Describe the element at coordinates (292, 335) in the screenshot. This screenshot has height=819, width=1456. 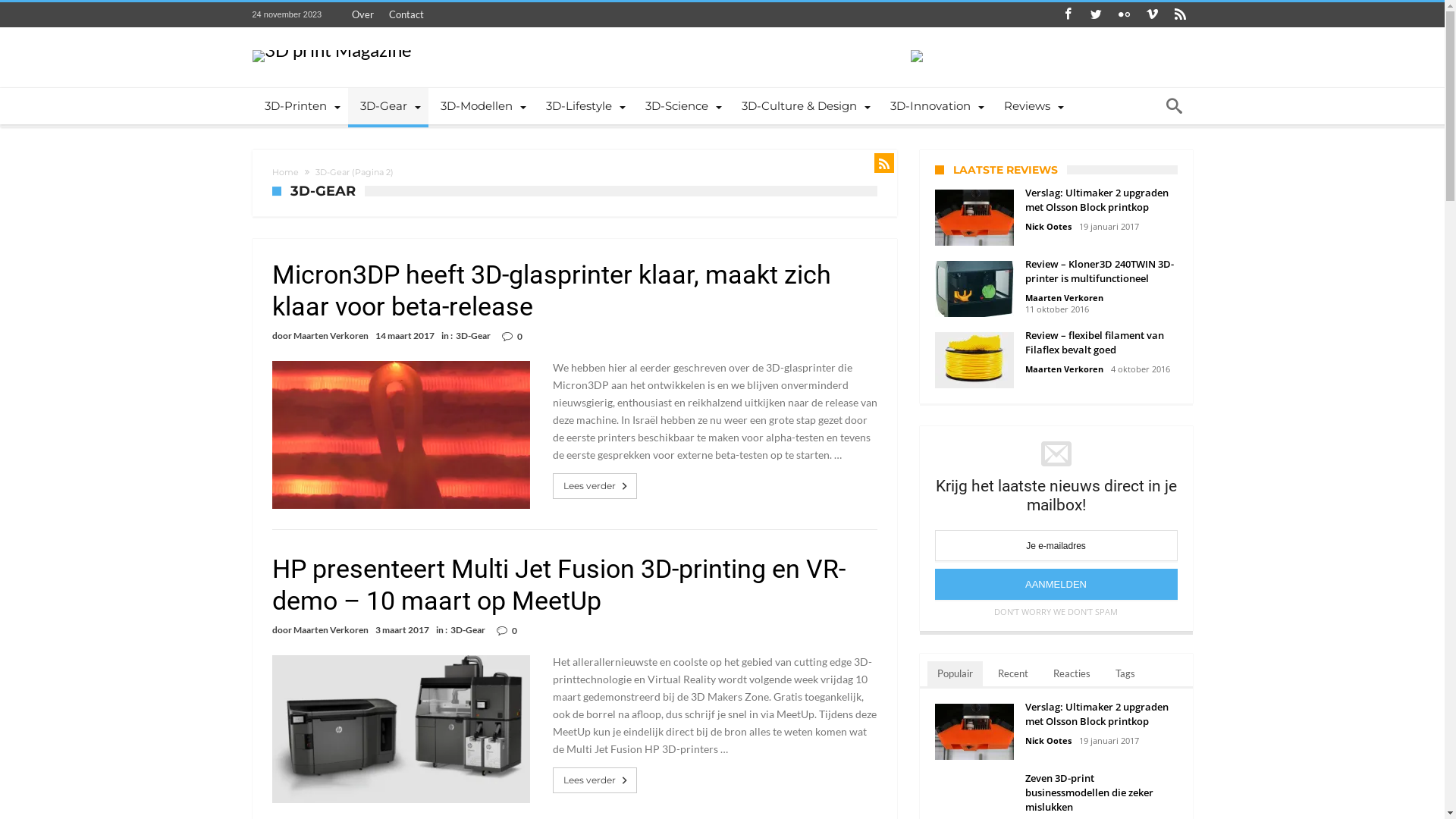
I see `'Maarten Verkoren'` at that location.